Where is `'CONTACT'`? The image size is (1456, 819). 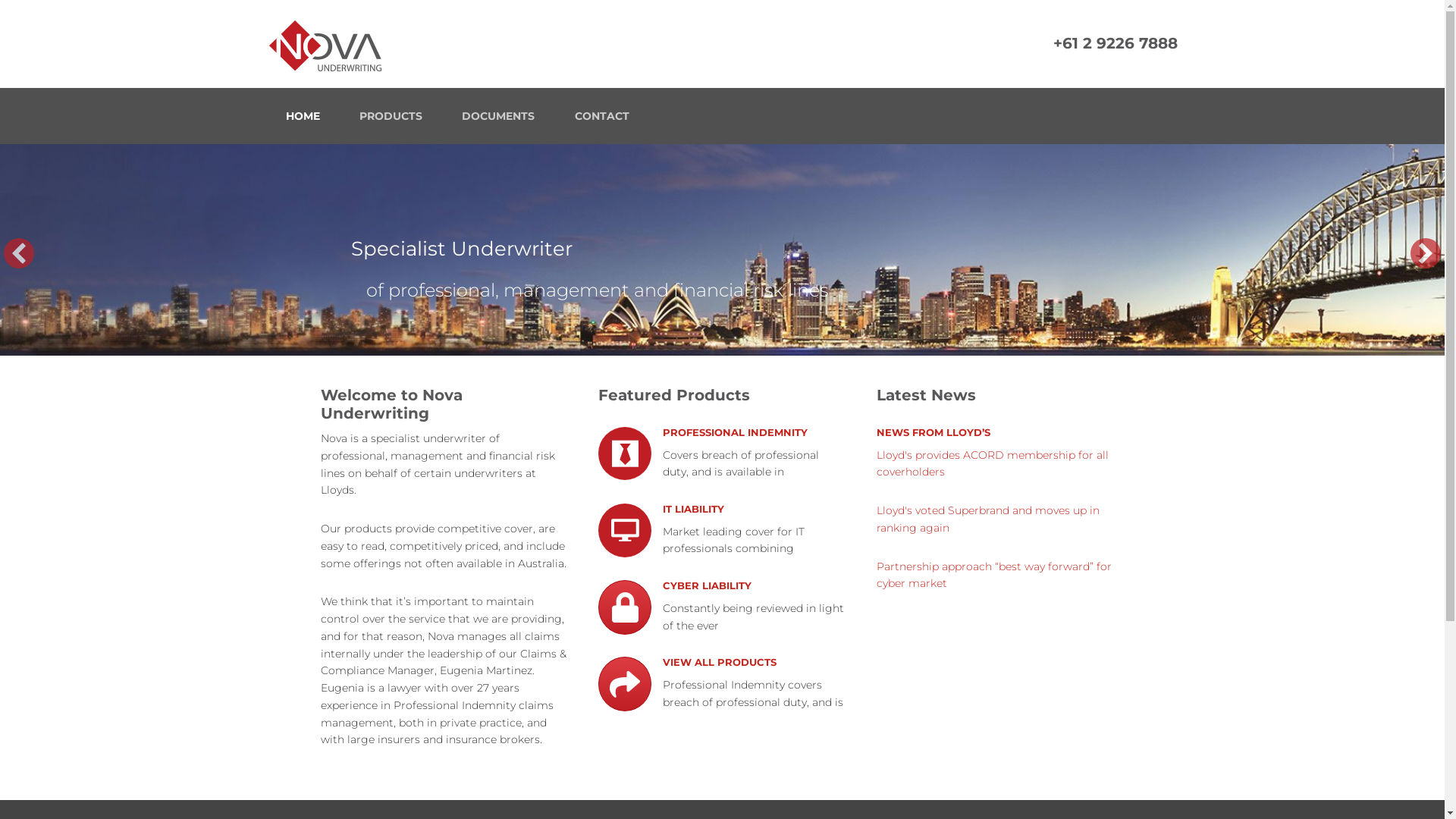 'CONTACT' is located at coordinates (601, 115).